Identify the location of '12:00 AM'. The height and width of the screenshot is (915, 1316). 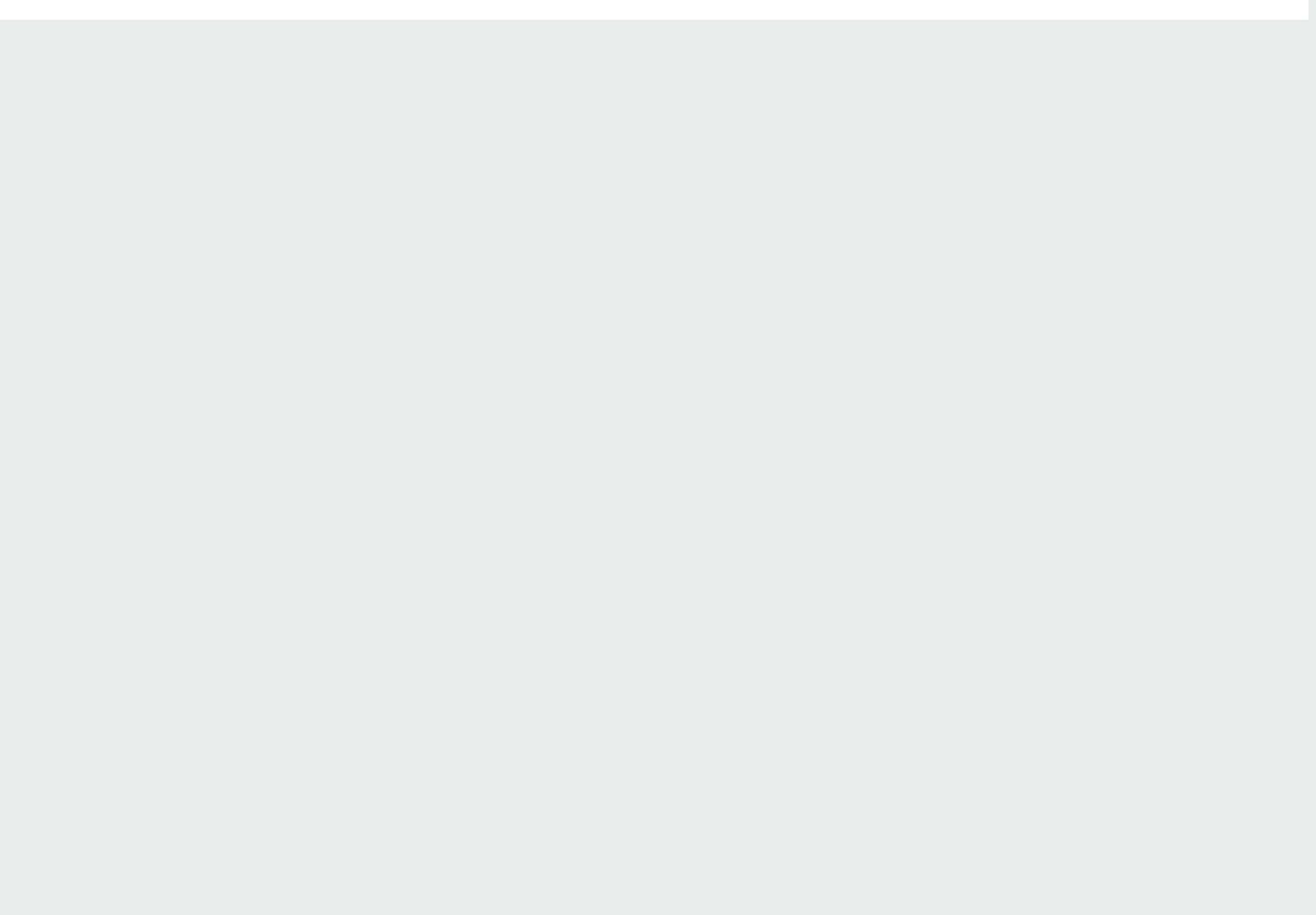
(188, 324).